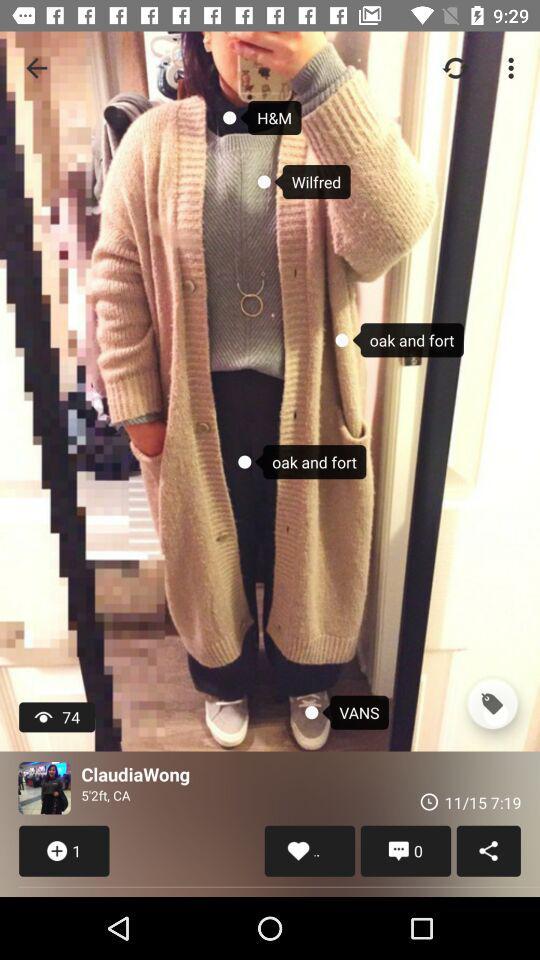  Describe the element at coordinates (44, 788) in the screenshot. I see `icon above the 1 item` at that location.